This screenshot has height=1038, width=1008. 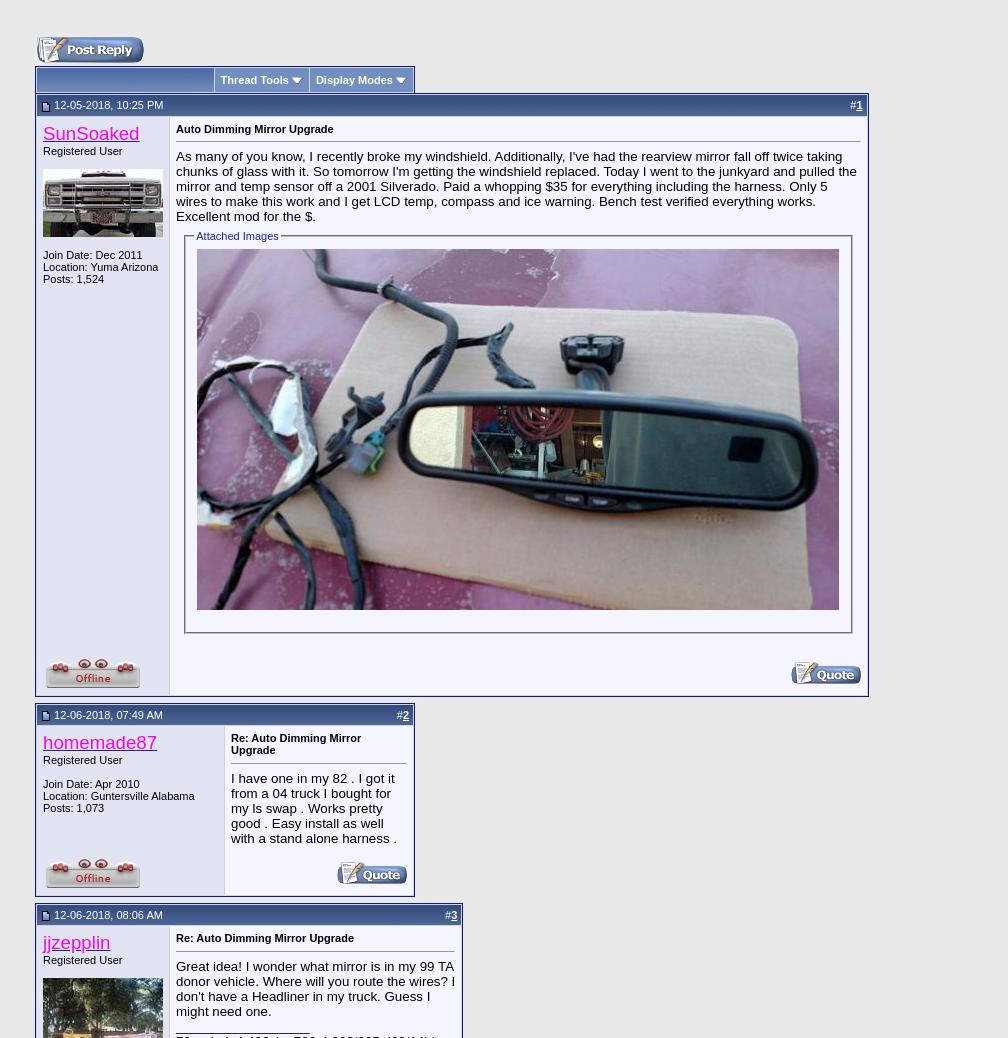 What do you see at coordinates (195, 235) in the screenshot?
I see `'Attached Images'` at bounding box center [195, 235].